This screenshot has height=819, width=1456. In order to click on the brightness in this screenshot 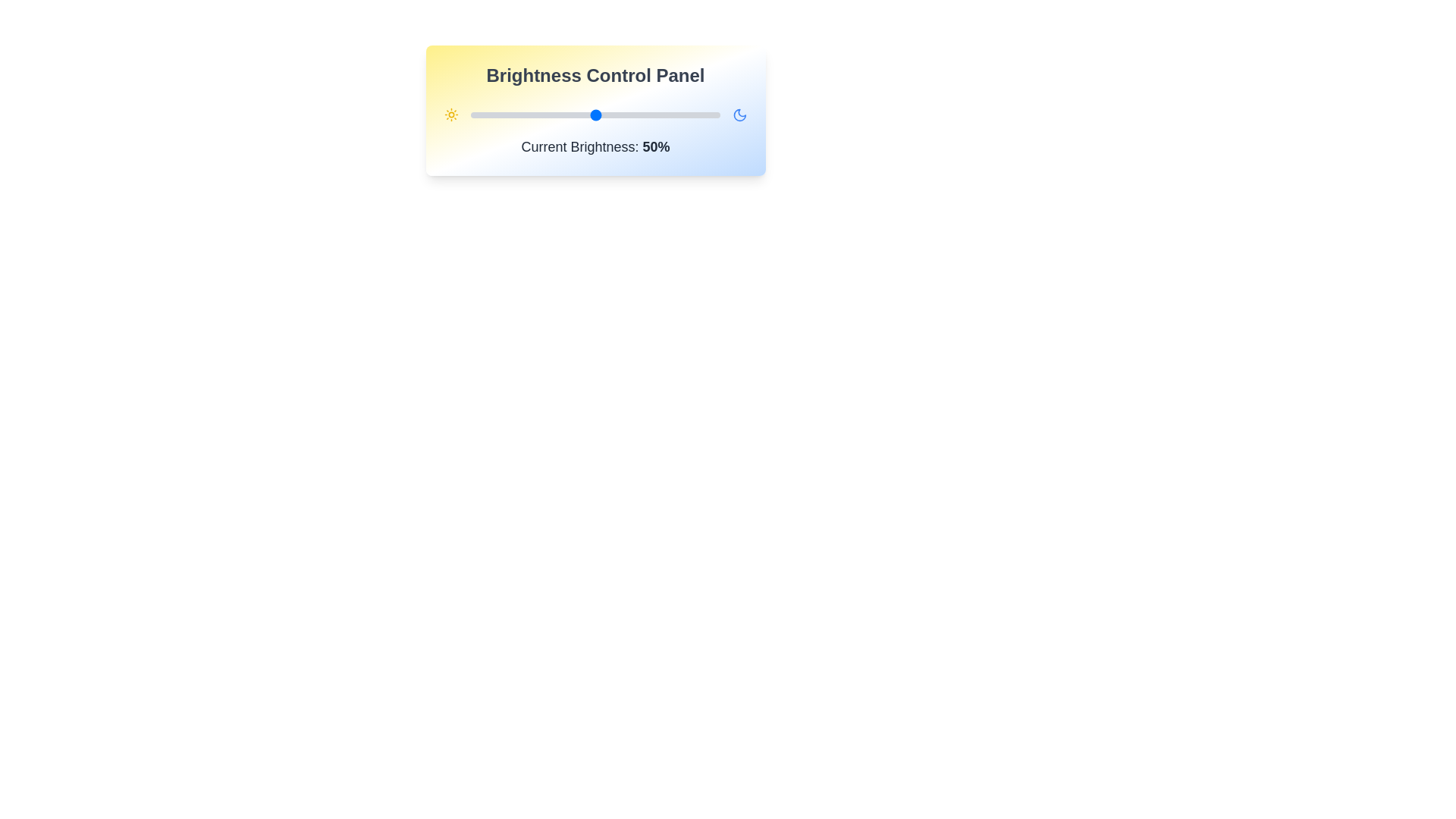, I will do `click(648, 114)`.